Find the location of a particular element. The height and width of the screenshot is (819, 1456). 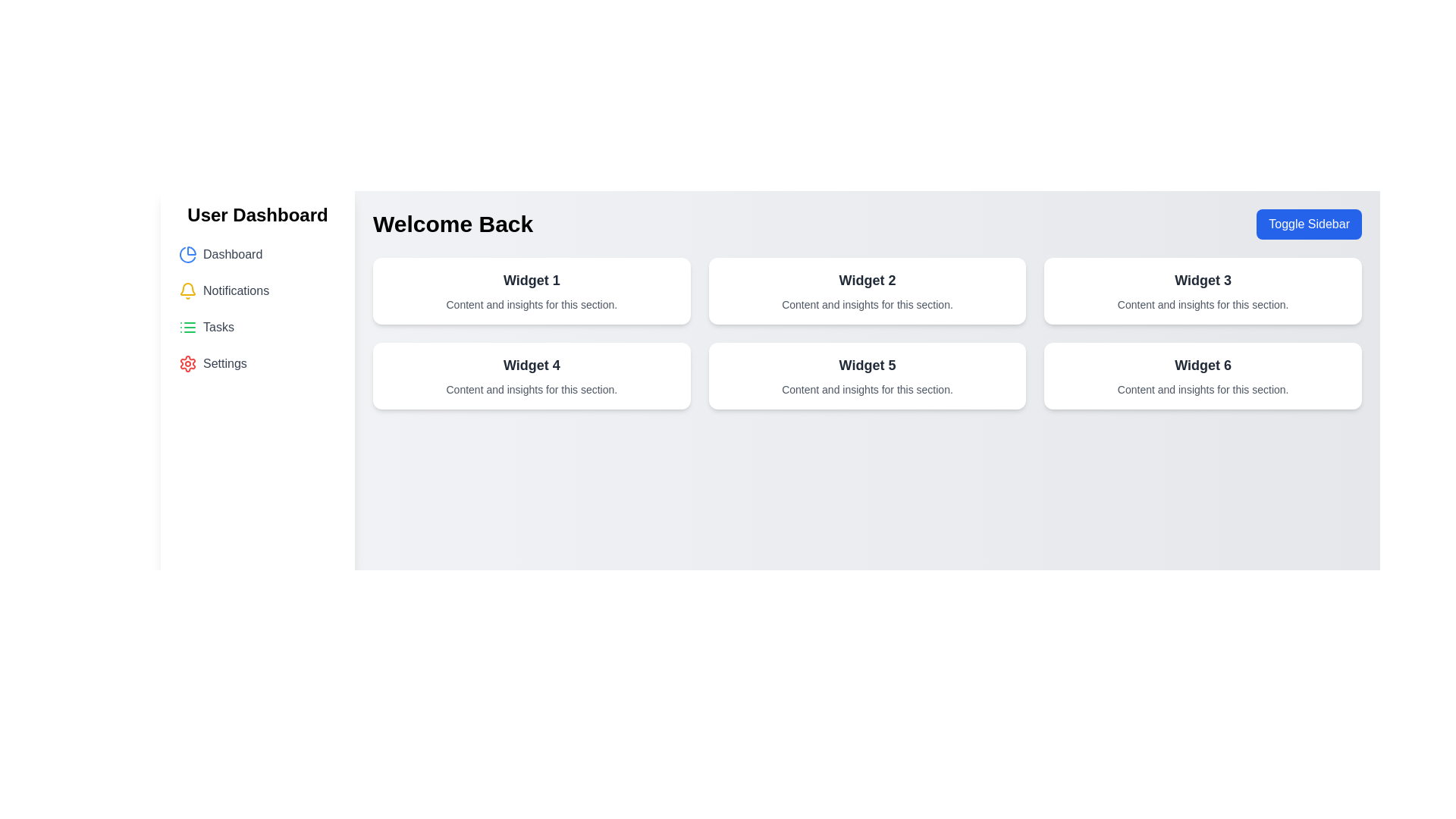

descriptive text label located below the header text 'Widget 5' in the second row, second column of the grid layout is located at coordinates (867, 388).